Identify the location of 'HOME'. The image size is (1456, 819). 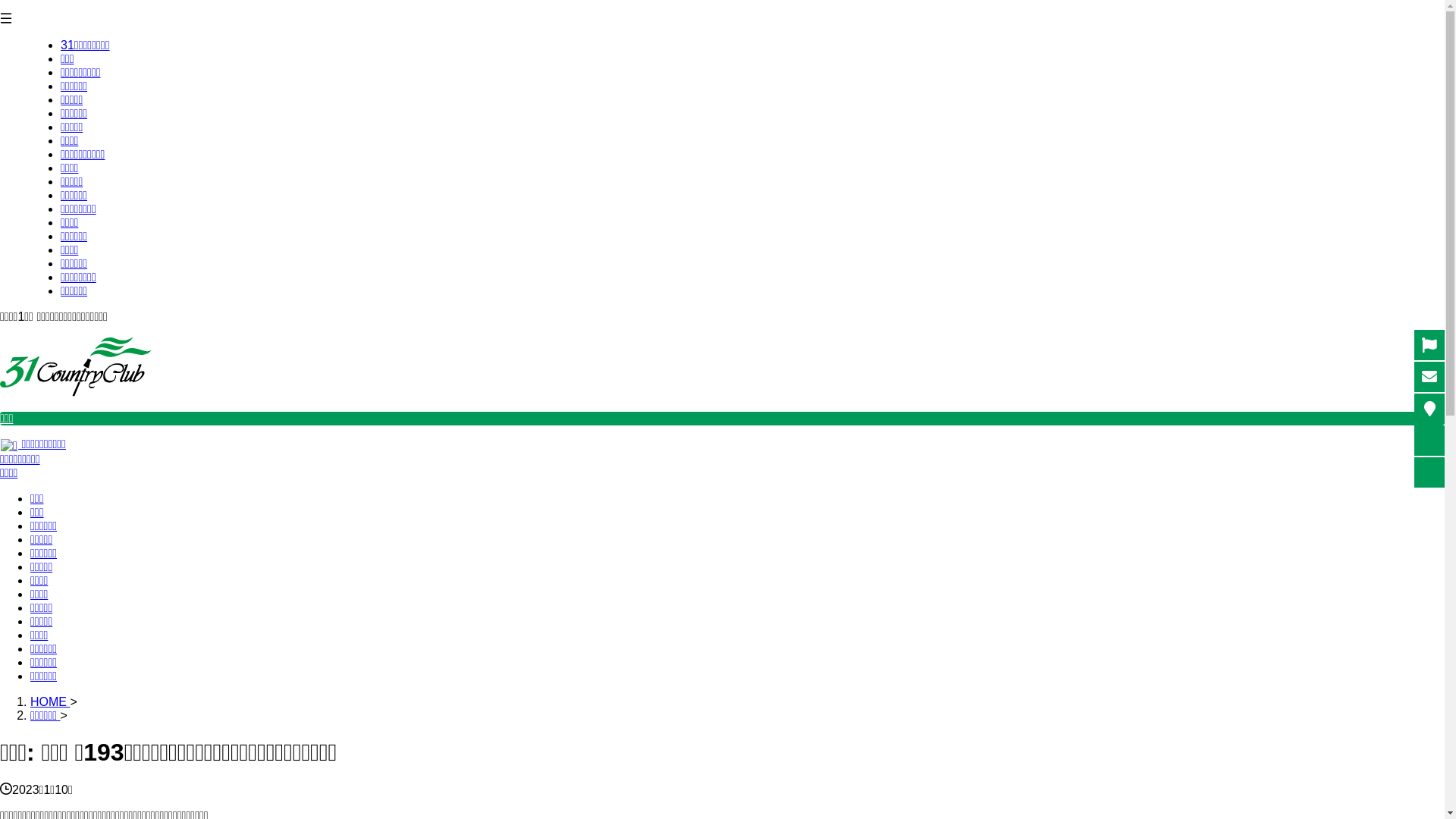
(50, 701).